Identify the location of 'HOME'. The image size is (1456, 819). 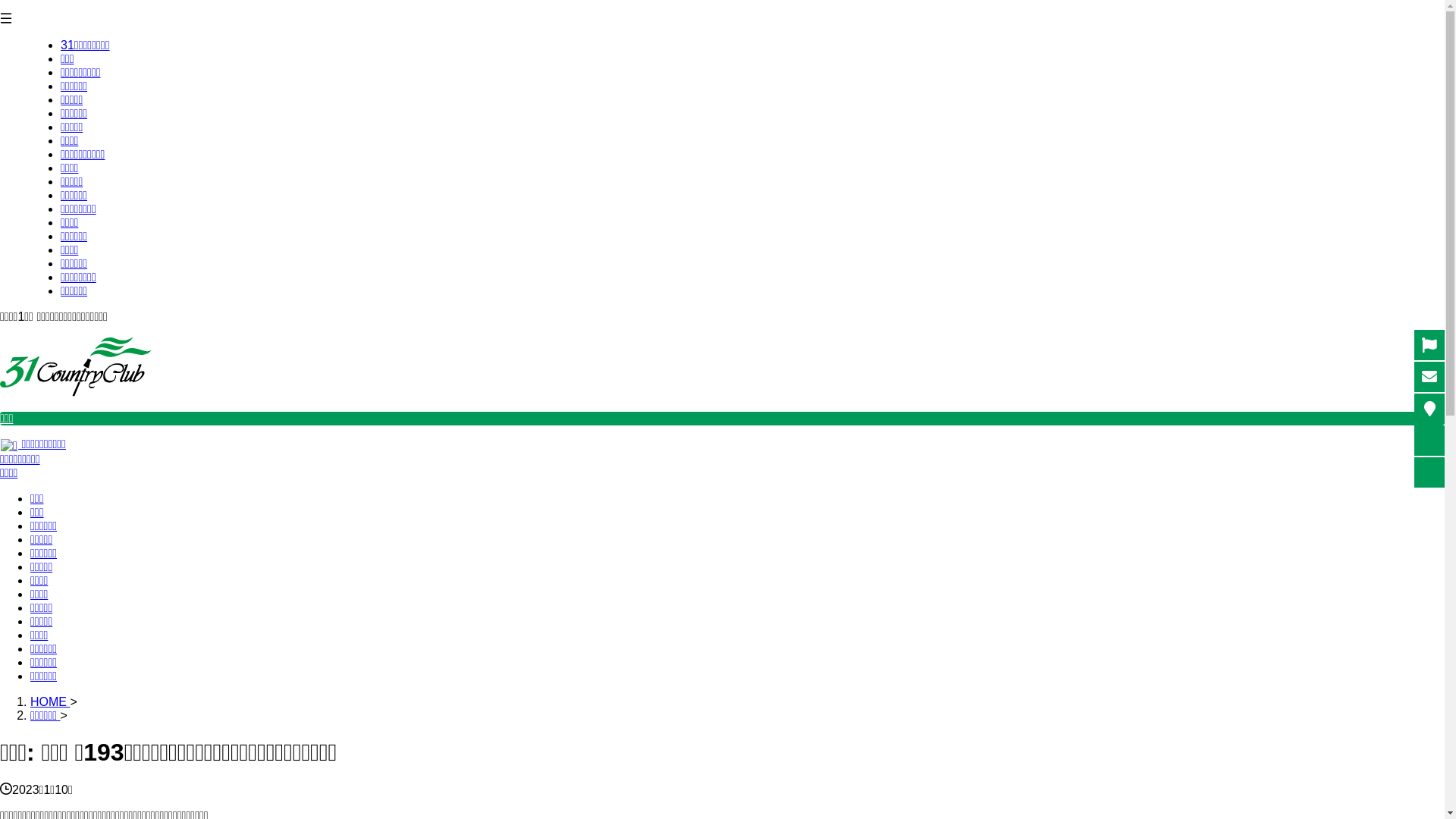
(50, 701).